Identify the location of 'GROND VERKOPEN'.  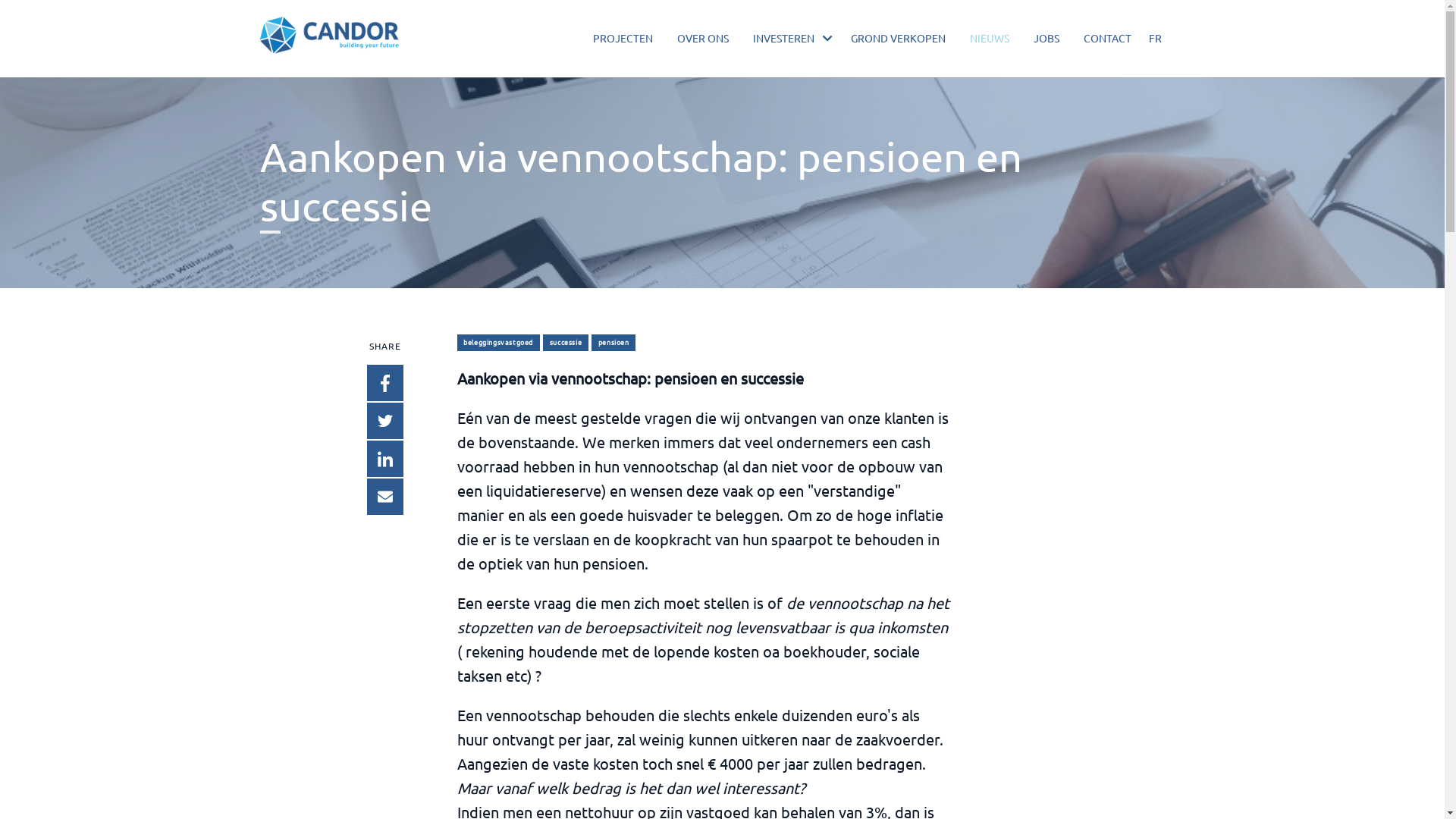
(898, 37).